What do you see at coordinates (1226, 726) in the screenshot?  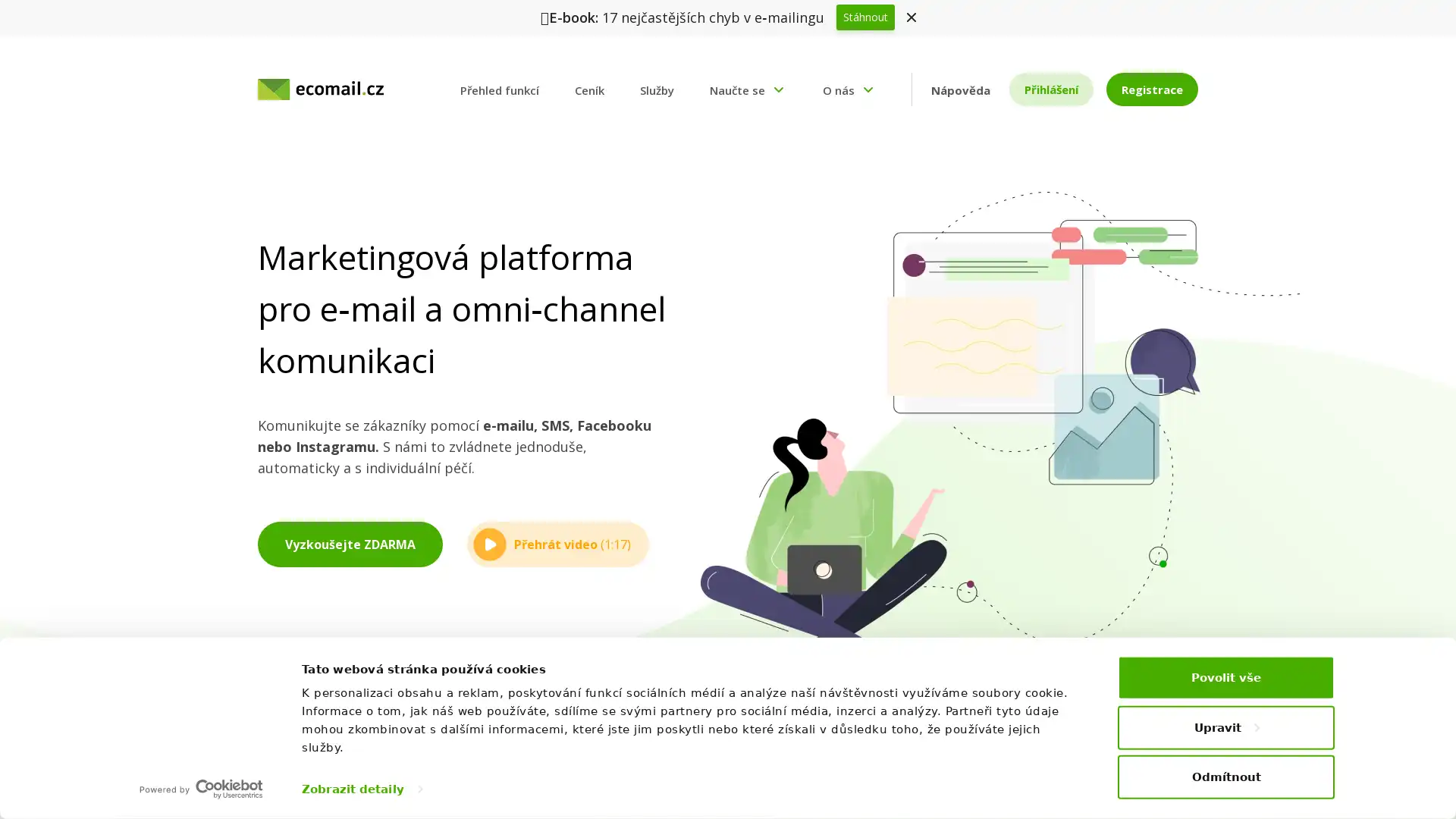 I see `Upravit` at bounding box center [1226, 726].